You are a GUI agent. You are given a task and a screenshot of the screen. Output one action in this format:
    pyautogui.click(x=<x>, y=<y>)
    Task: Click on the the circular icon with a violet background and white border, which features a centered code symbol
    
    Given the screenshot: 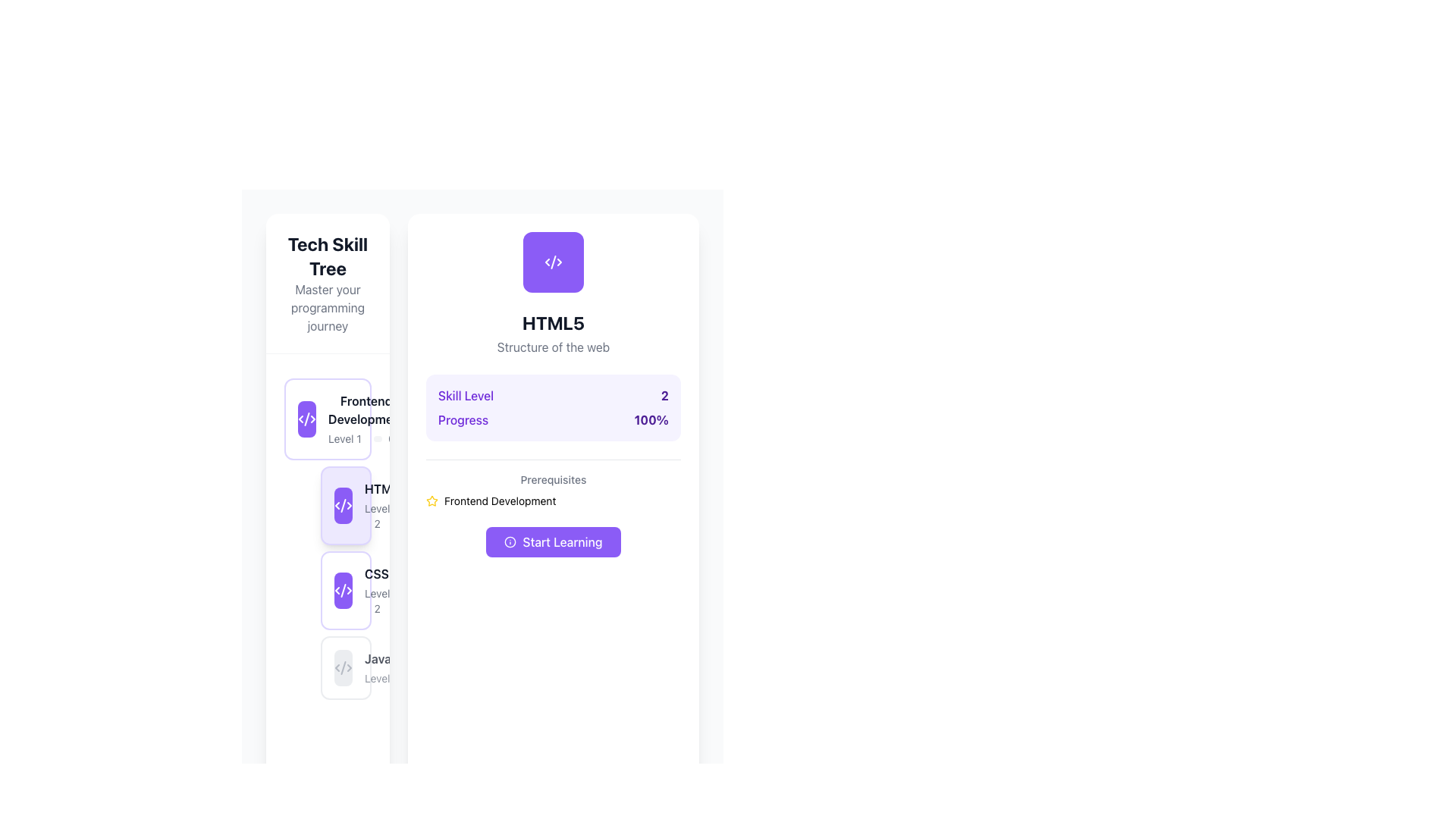 What is the action you would take?
    pyautogui.click(x=342, y=590)
    